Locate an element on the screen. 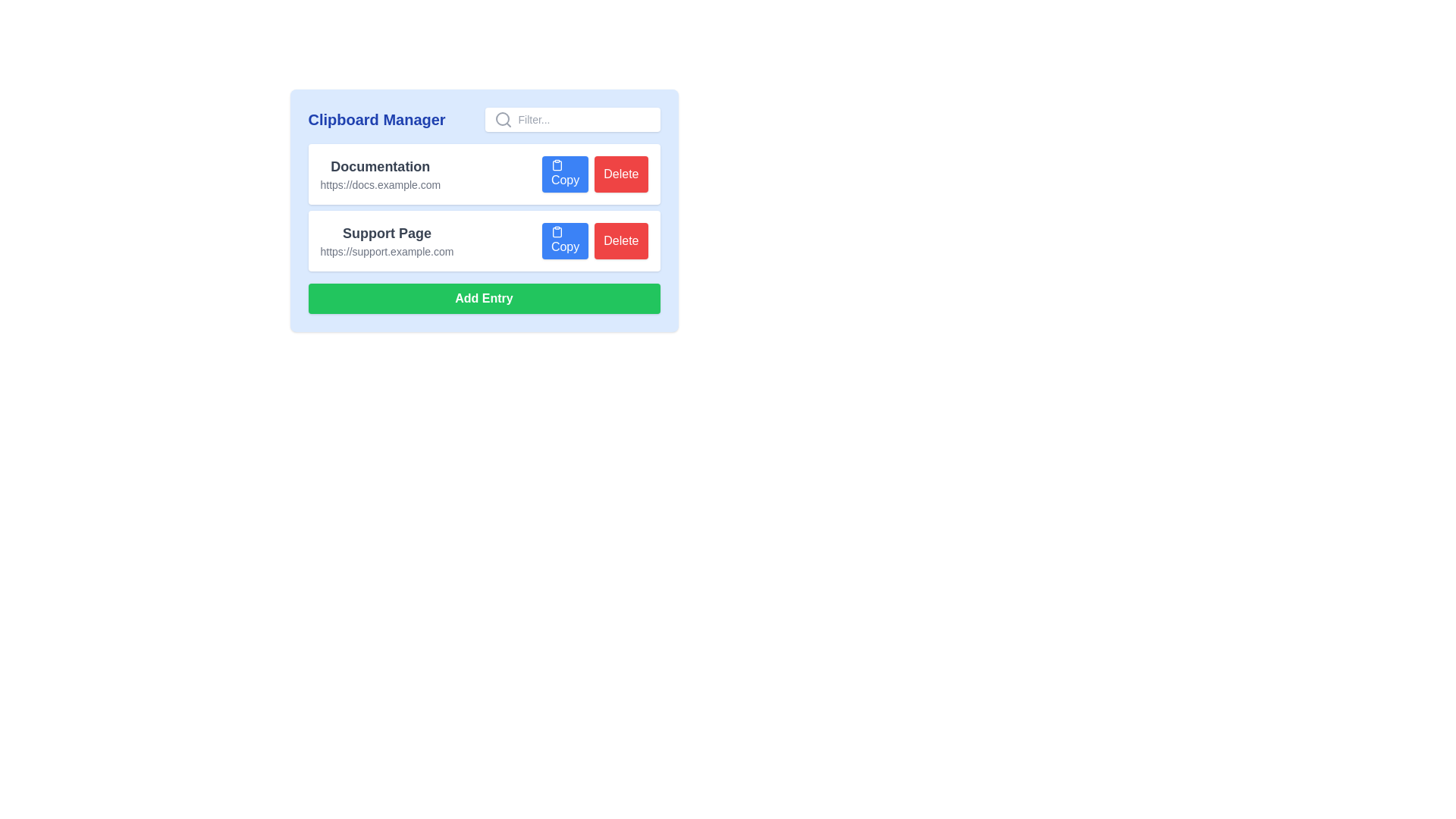 The image size is (1456, 819). the clipboard icon embedded within the 'Copy' button located on the first row of clipboard entries, indicating its function to duplicate the associated URL is located at coordinates (556, 165).